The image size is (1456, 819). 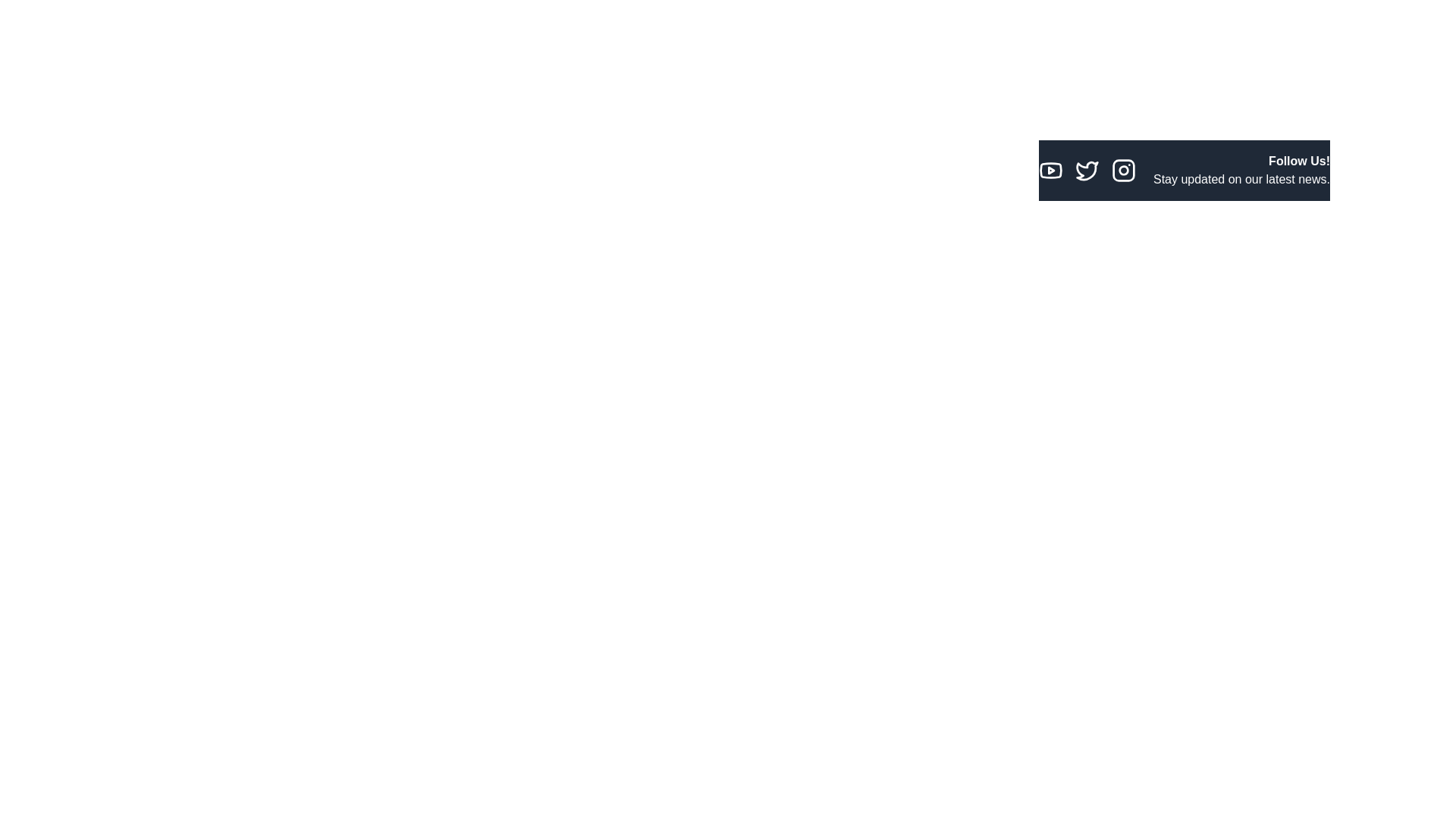 What do you see at coordinates (1050, 170) in the screenshot?
I see `the YouTube play button icon, which features a dark background and a white triangular play icon at its center` at bounding box center [1050, 170].